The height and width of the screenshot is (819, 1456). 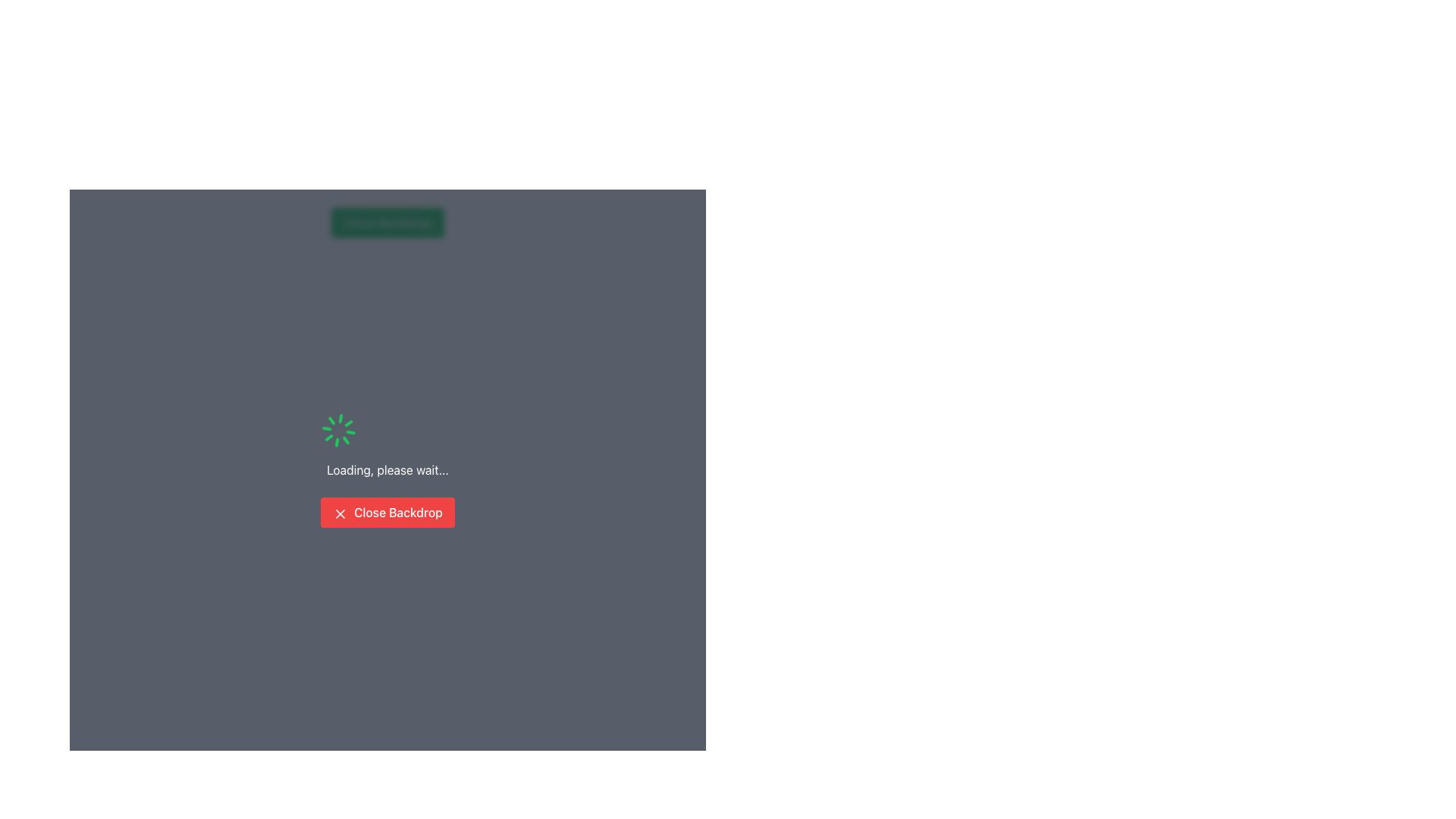 I want to click on the green button with rounded corners labeled 'Close Backdrop', so click(x=388, y=222).